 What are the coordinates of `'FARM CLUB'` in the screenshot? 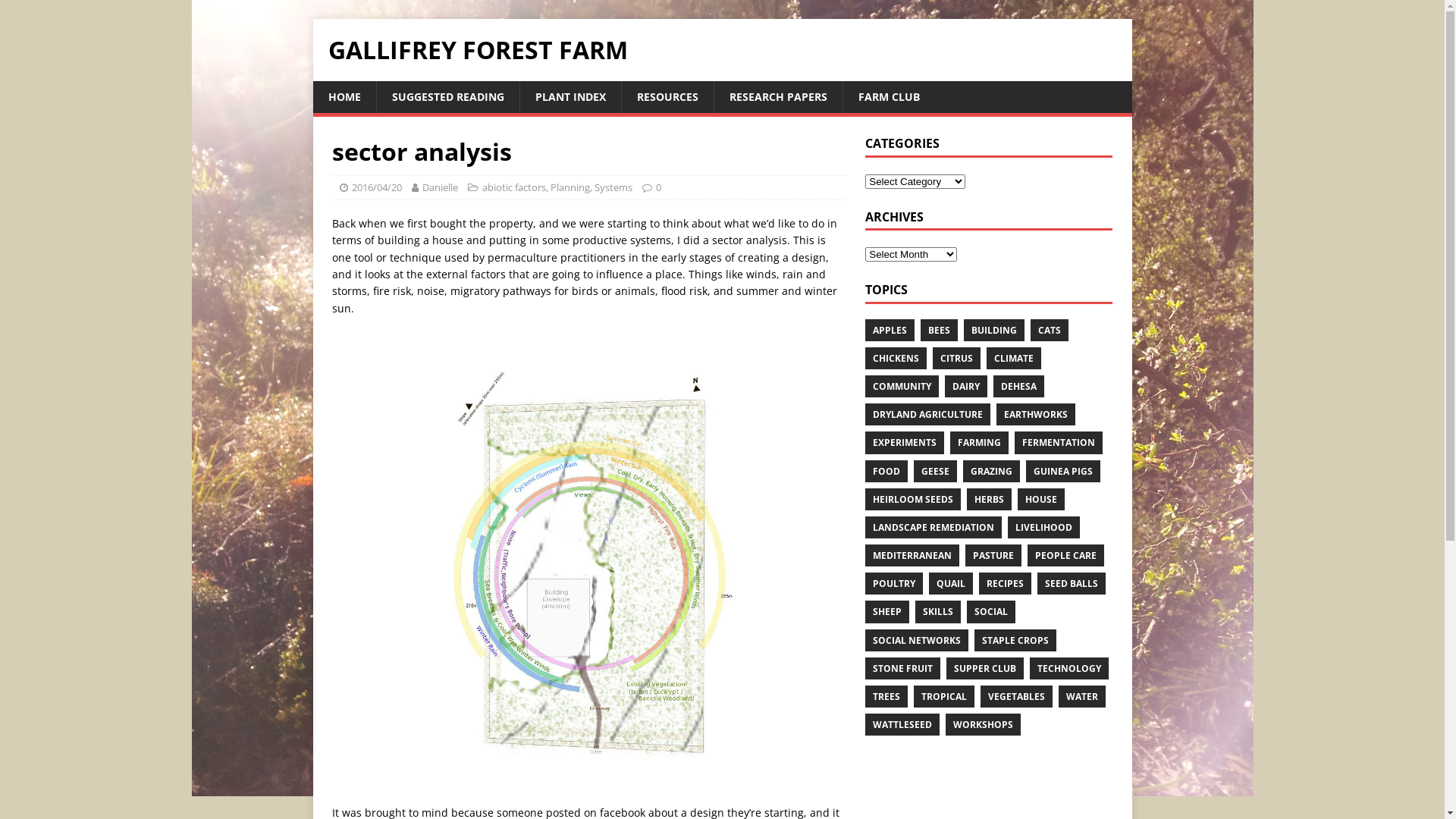 It's located at (888, 96).